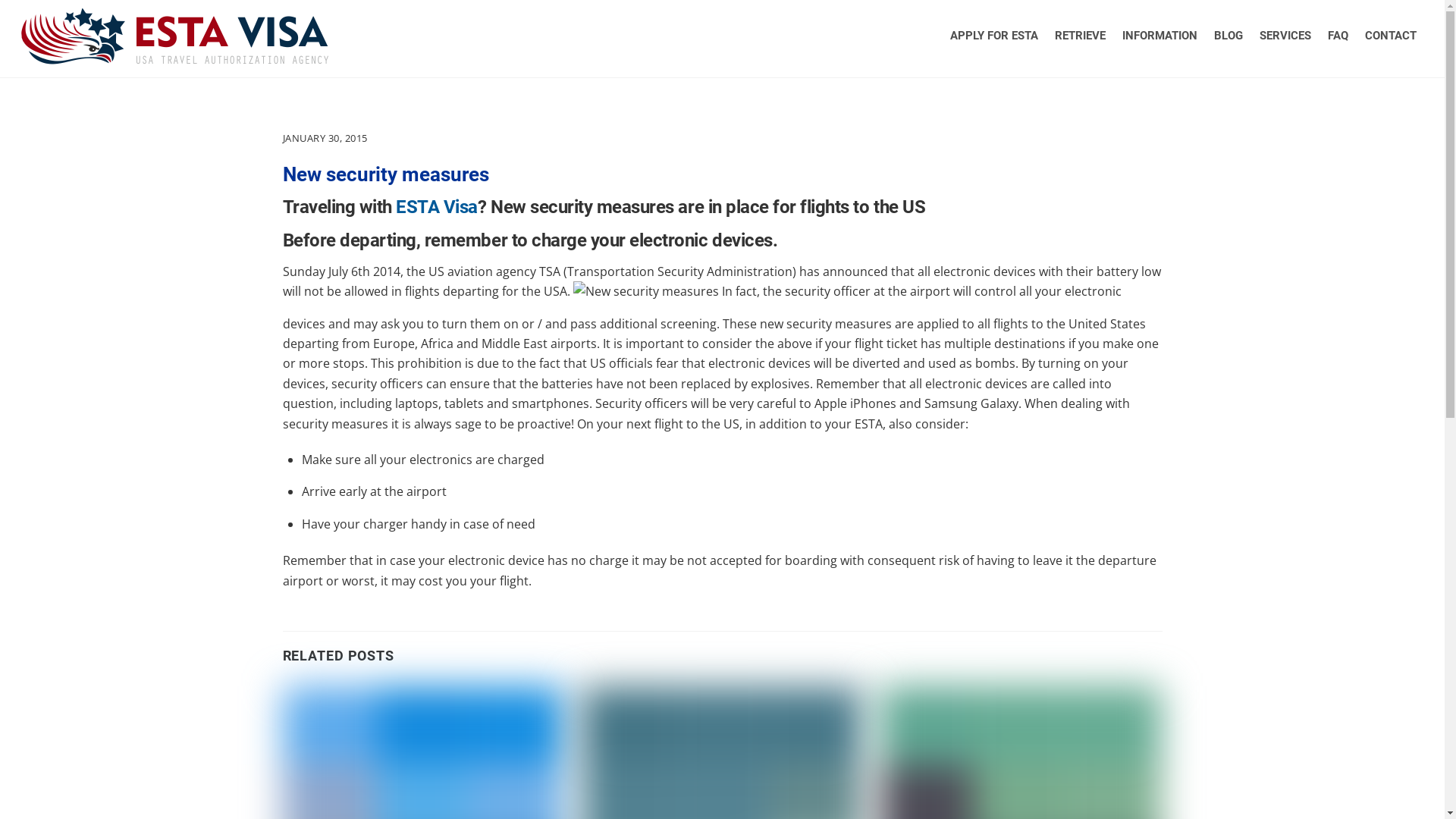 The image size is (1456, 819). I want to click on 'SERVICES', so click(1252, 34).